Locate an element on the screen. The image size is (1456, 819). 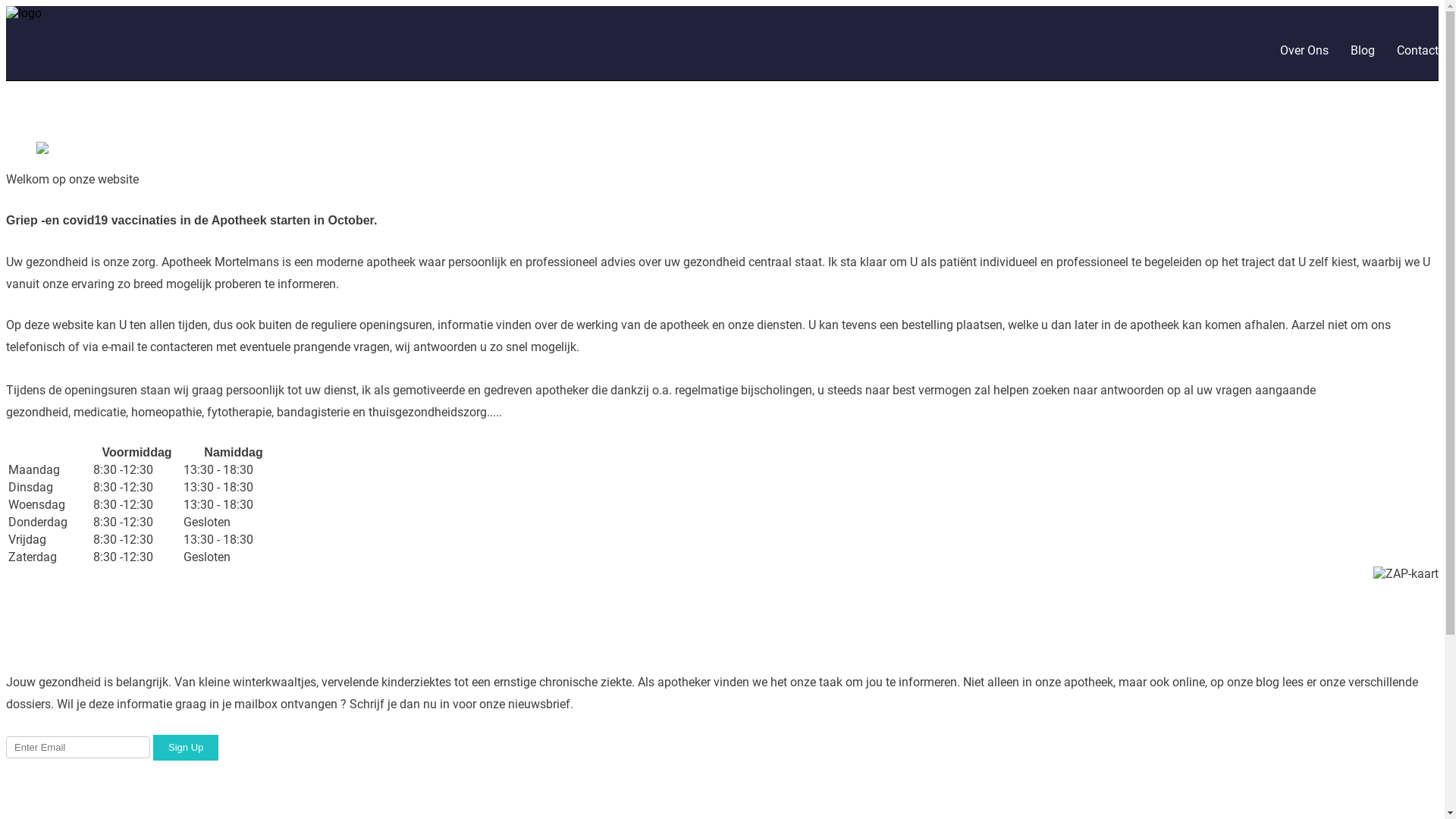
'Blog' is located at coordinates (1362, 49).